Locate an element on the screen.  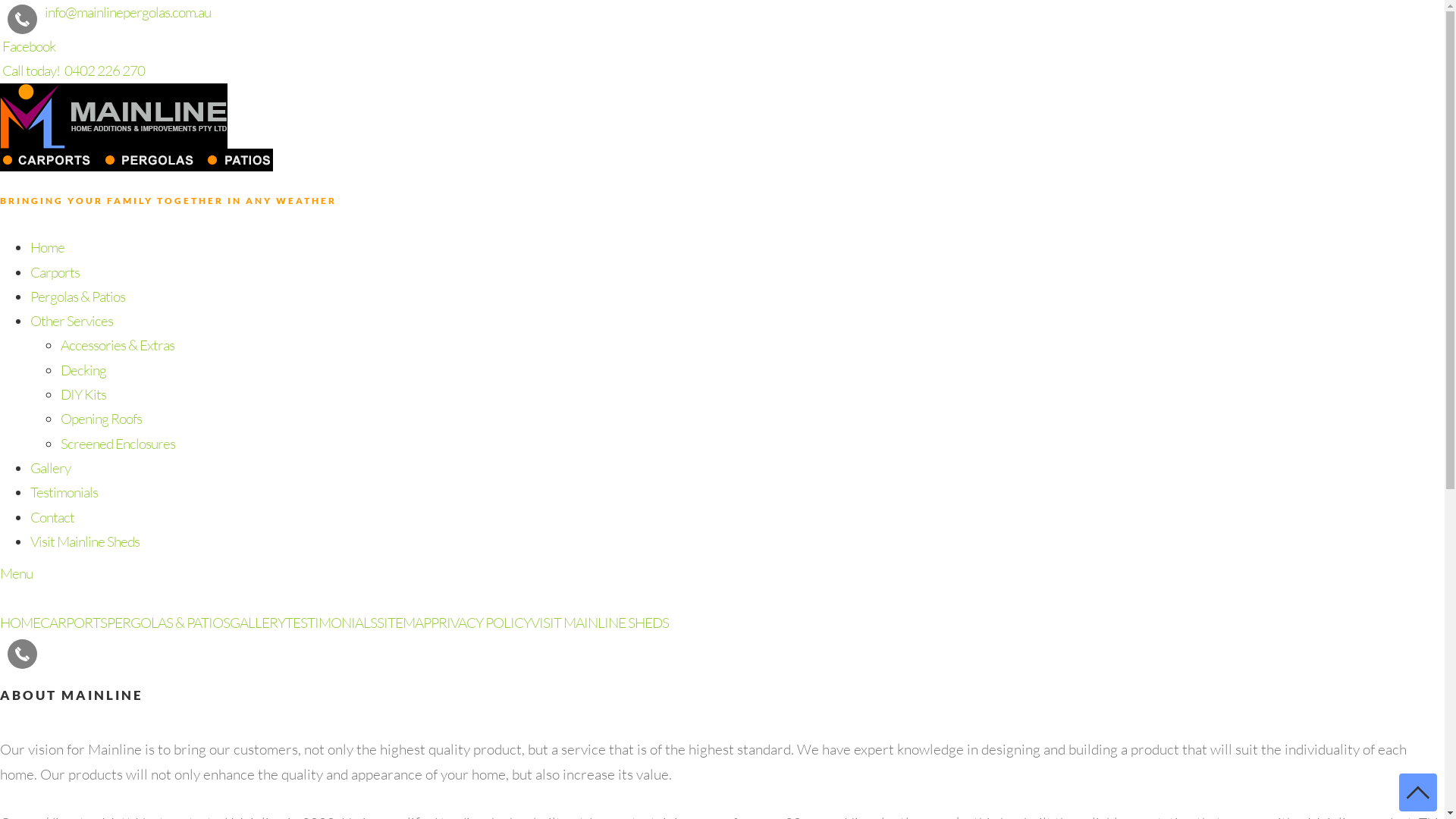
'Gallery' is located at coordinates (50, 467).